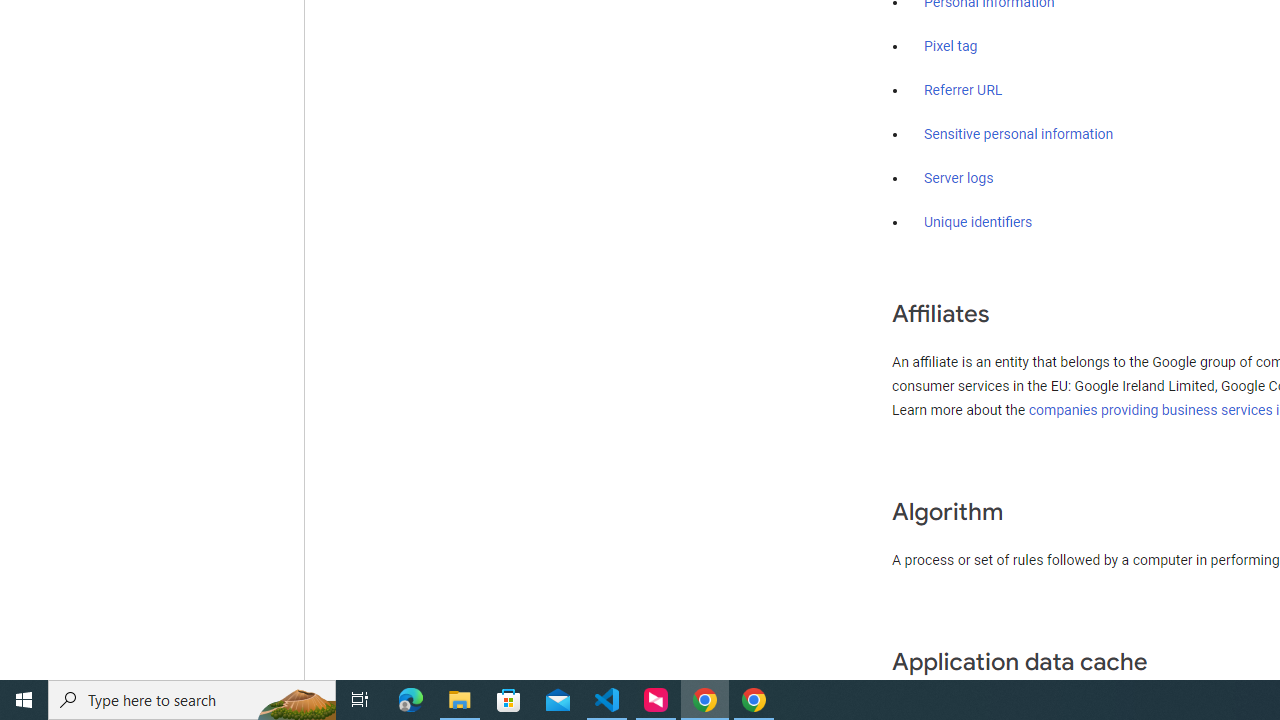 This screenshot has height=720, width=1280. What do you see at coordinates (978, 222) in the screenshot?
I see `'Unique identifiers'` at bounding box center [978, 222].